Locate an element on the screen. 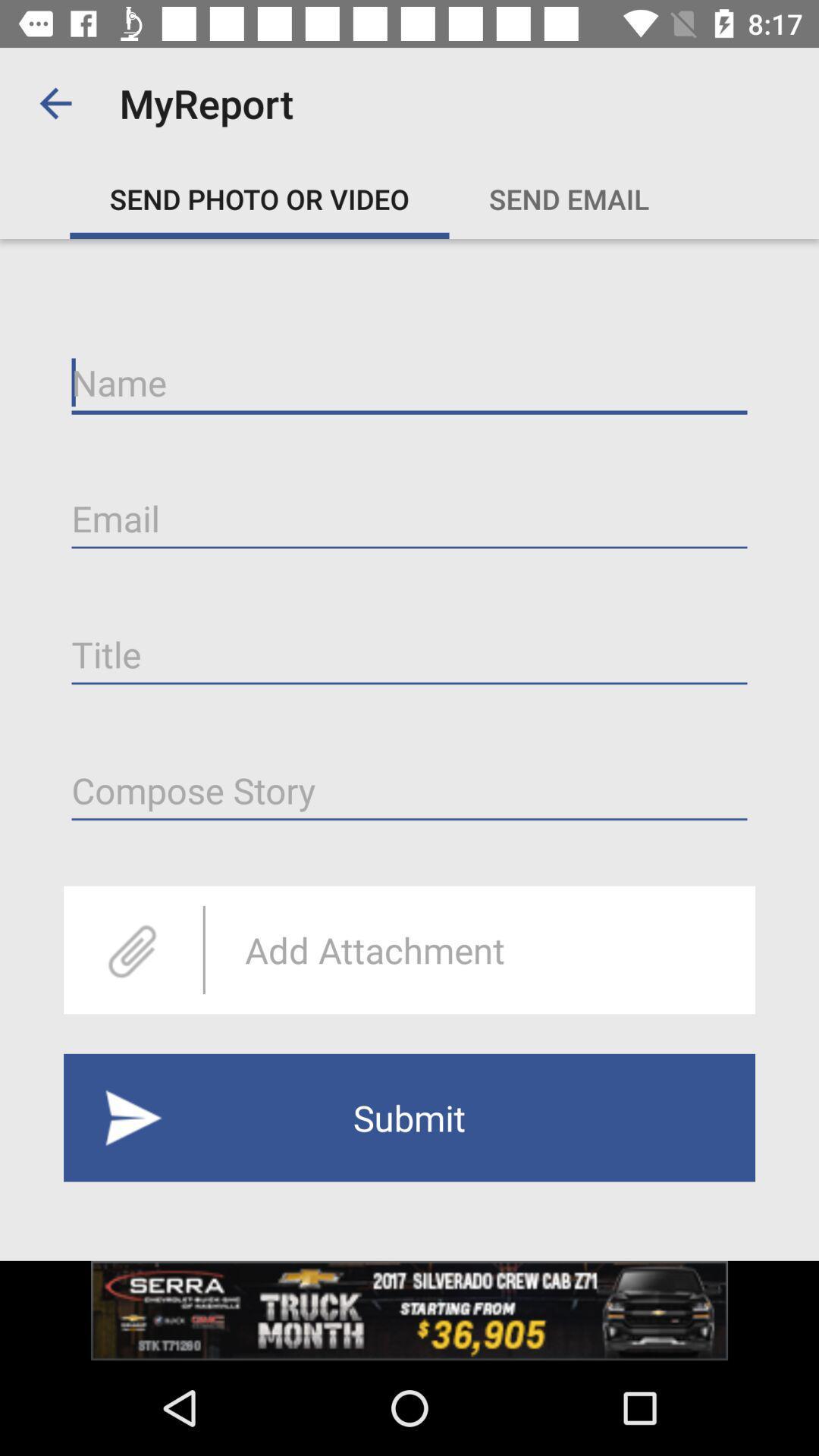 This screenshot has height=1456, width=819. advertisement is located at coordinates (409, 1310).